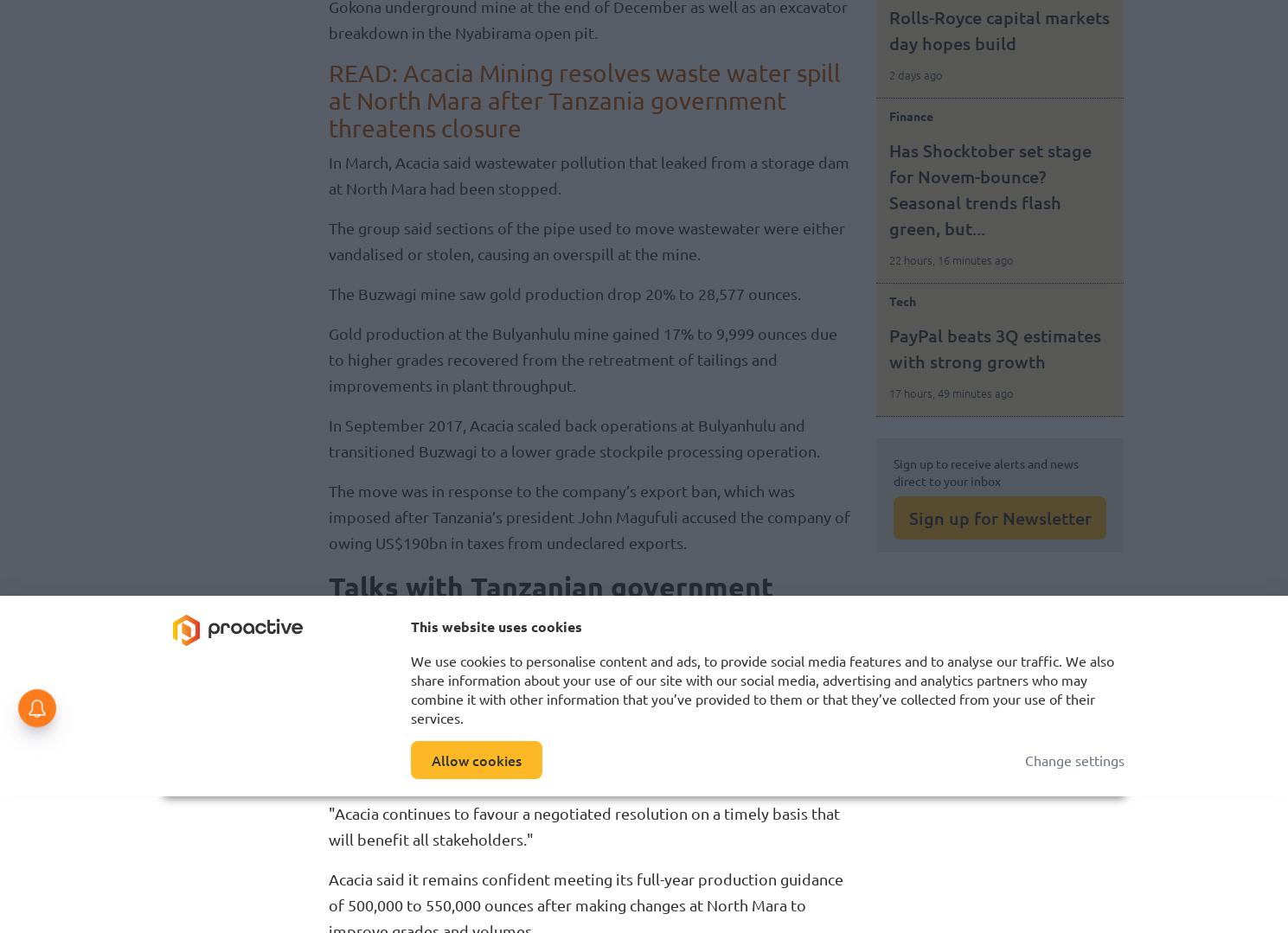 This screenshot has height=933, width=1288. I want to click on '17 hours, 49 minutes ago', so click(951, 393).